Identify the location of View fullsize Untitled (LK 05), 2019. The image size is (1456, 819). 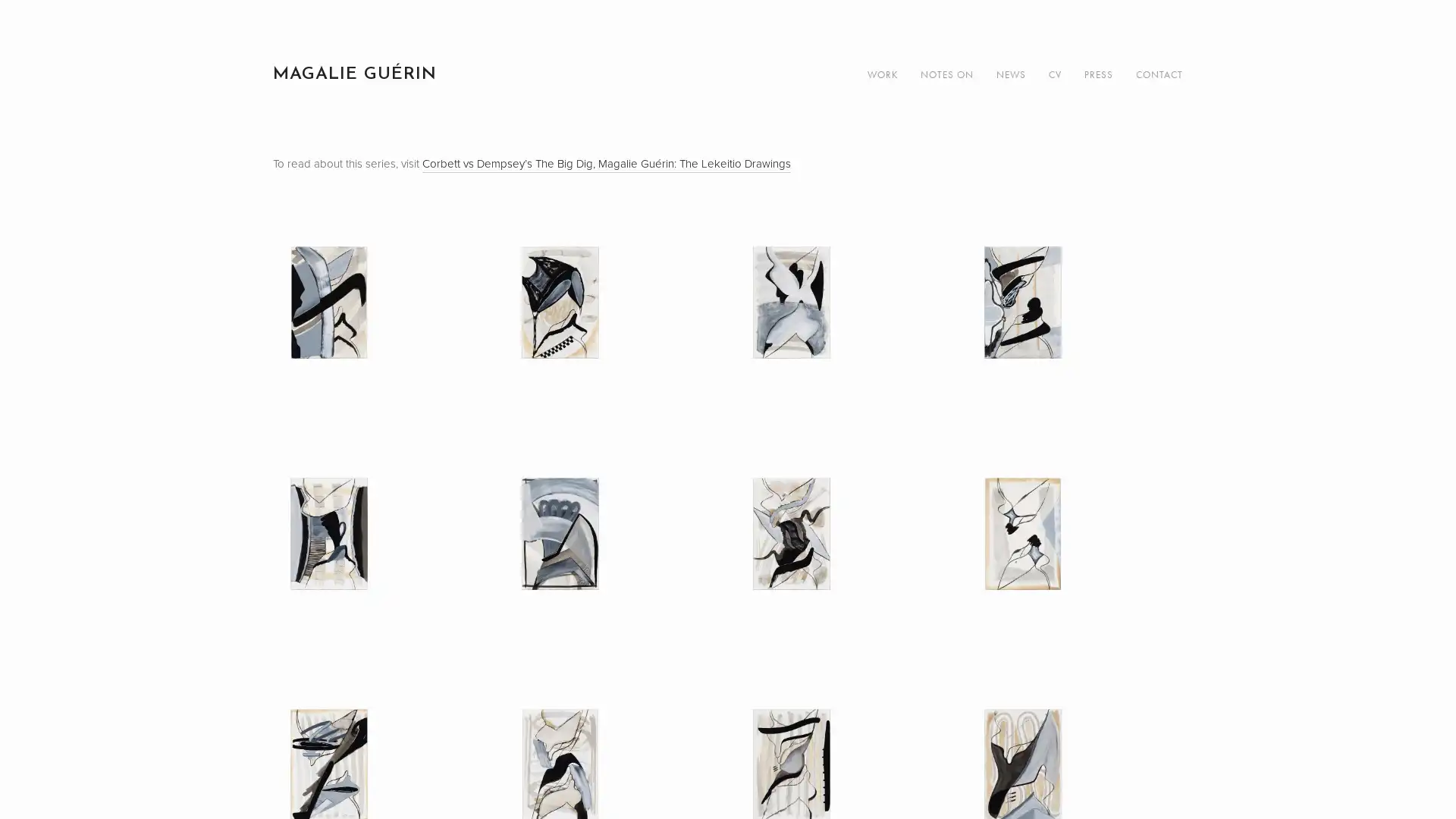
(381, 585).